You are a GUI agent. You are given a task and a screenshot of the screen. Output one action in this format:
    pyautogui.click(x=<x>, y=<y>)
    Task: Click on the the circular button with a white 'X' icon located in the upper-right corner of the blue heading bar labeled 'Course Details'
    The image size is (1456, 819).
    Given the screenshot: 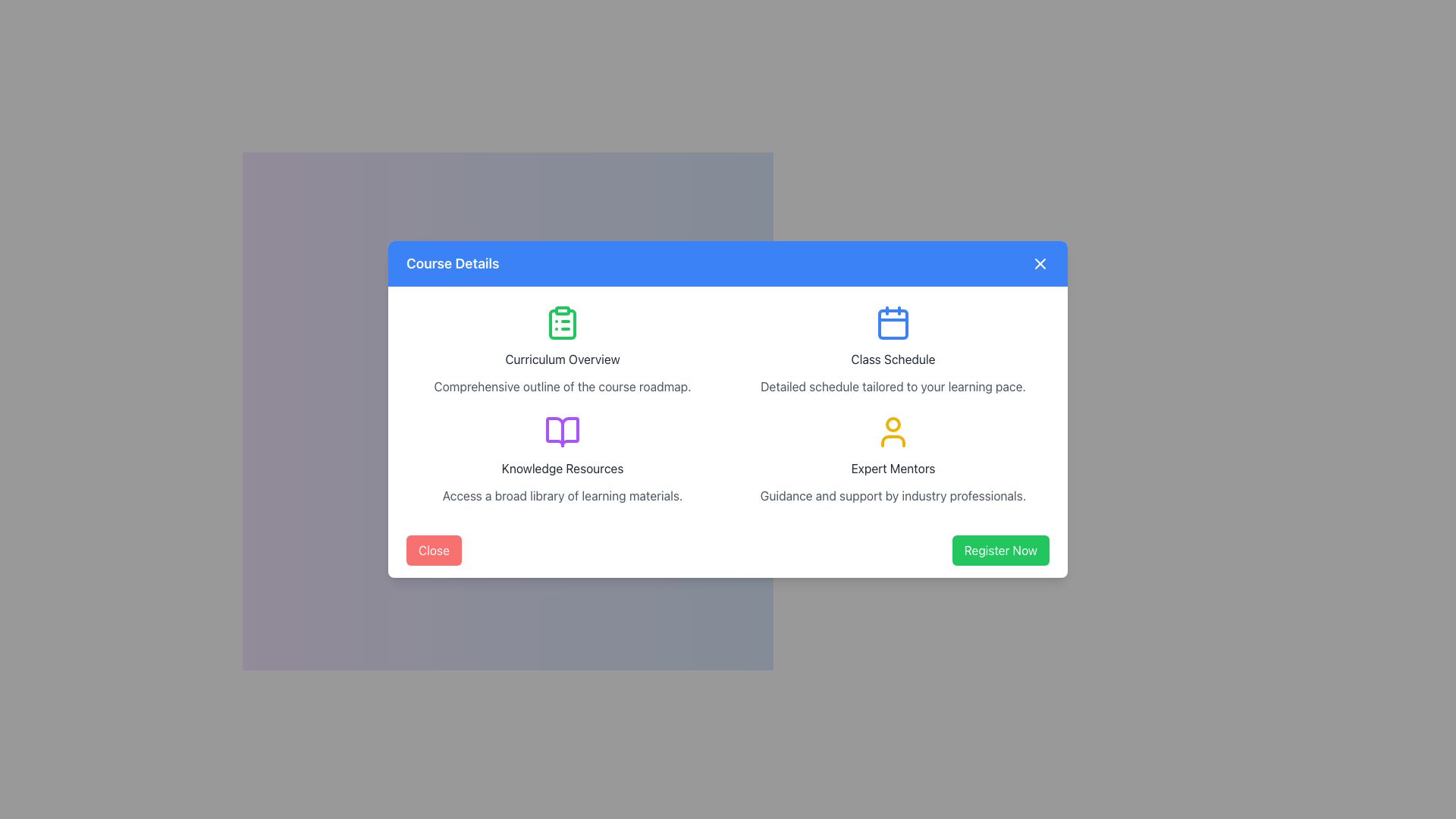 What is the action you would take?
    pyautogui.click(x=1040, y=262)
    